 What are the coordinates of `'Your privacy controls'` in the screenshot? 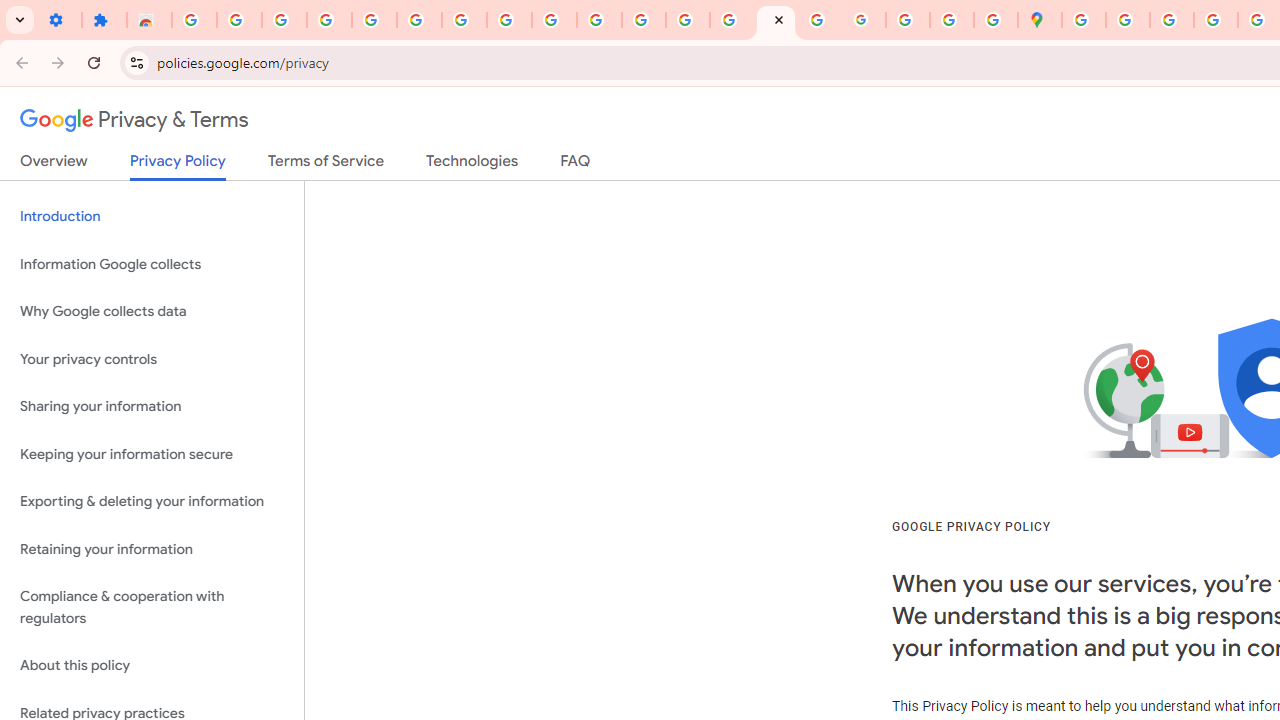 It's located at (151, 358).